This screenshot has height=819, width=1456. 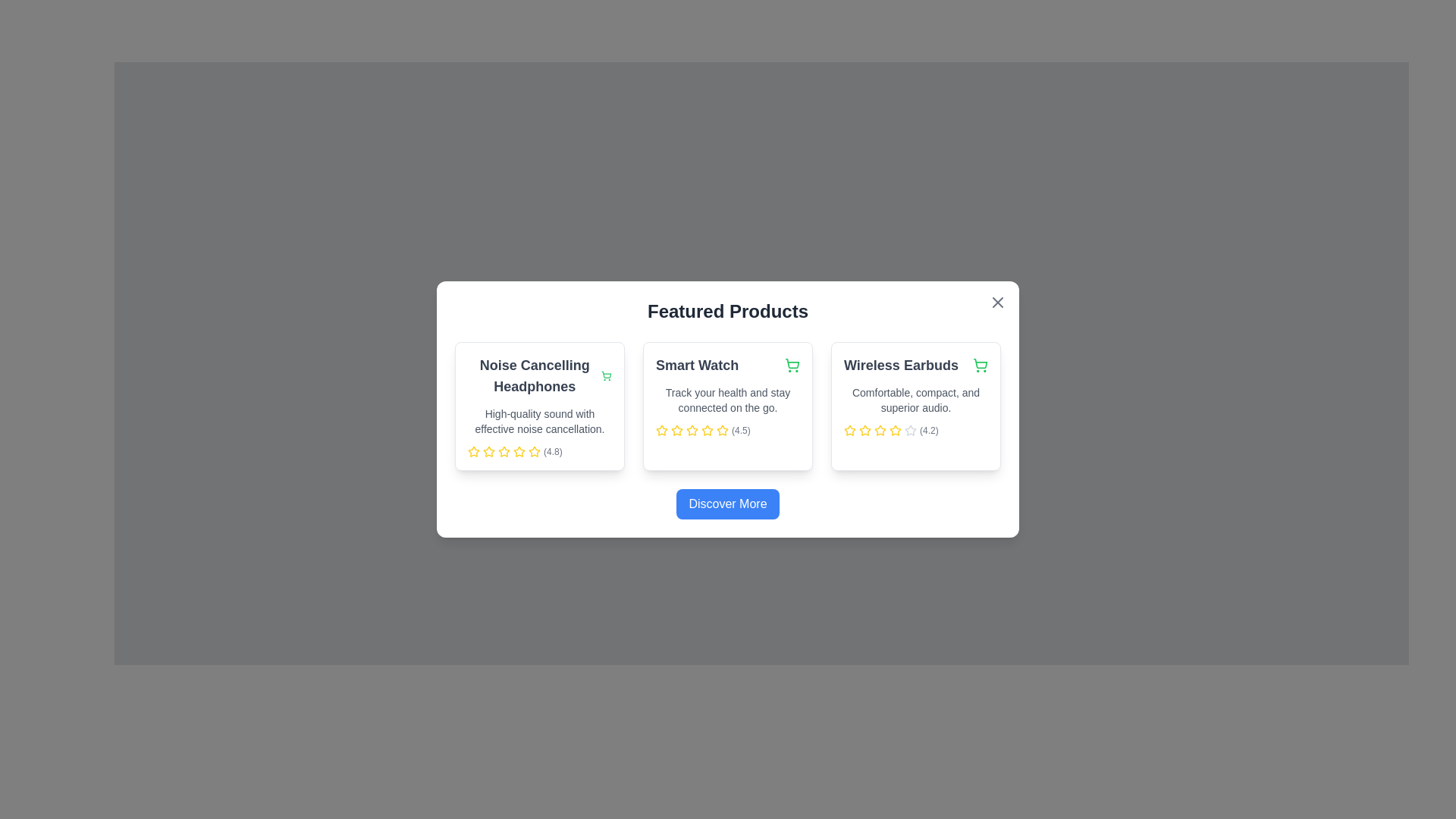 I want to click on the third product card displaying 'Wireless Earbuds' located at the bottom right corner of the grid under the 'Featured Products' header, so click(x=915, y=406).